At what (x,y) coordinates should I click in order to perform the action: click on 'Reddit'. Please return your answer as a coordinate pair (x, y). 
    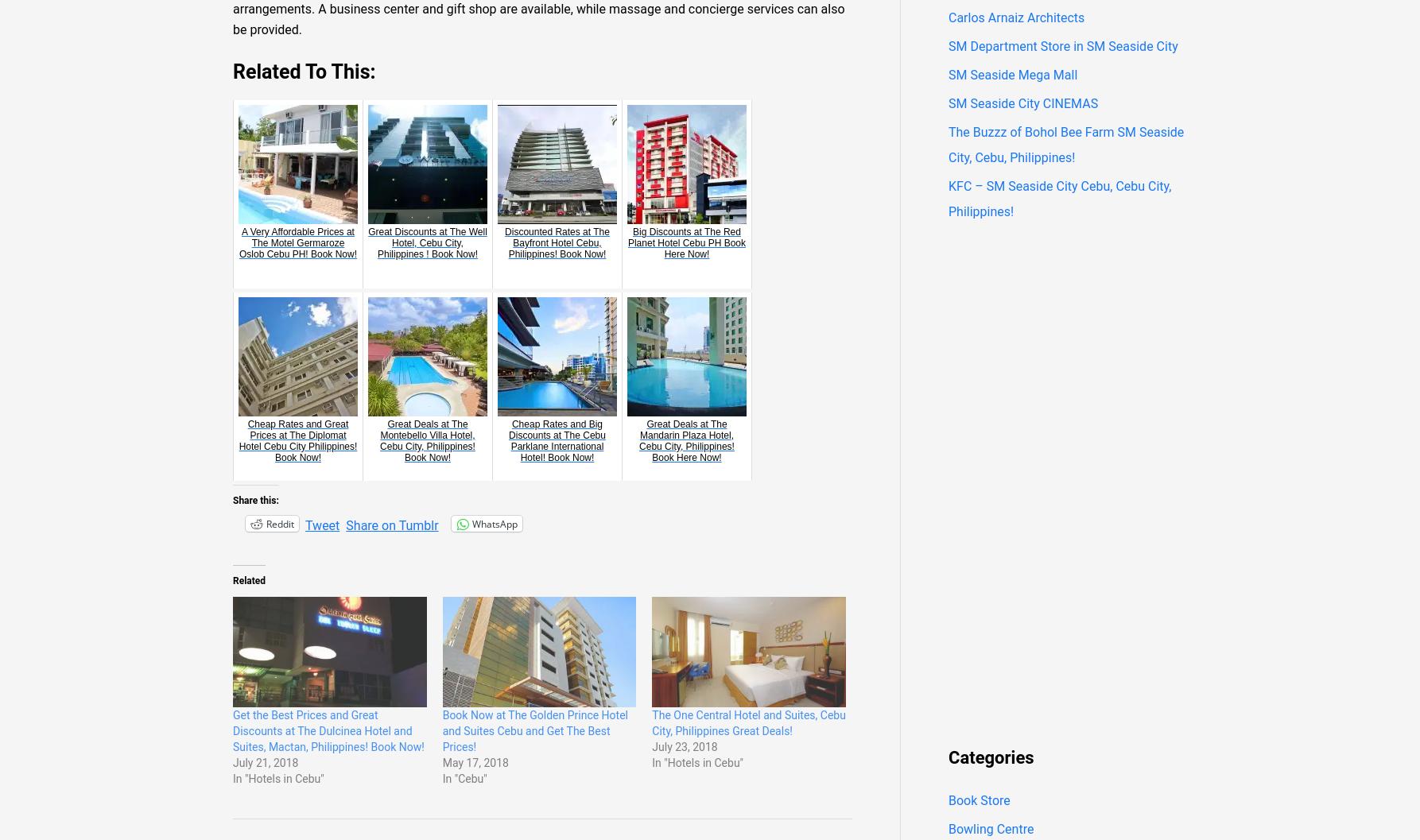
    Looking at the image, I should click on (280, 523).